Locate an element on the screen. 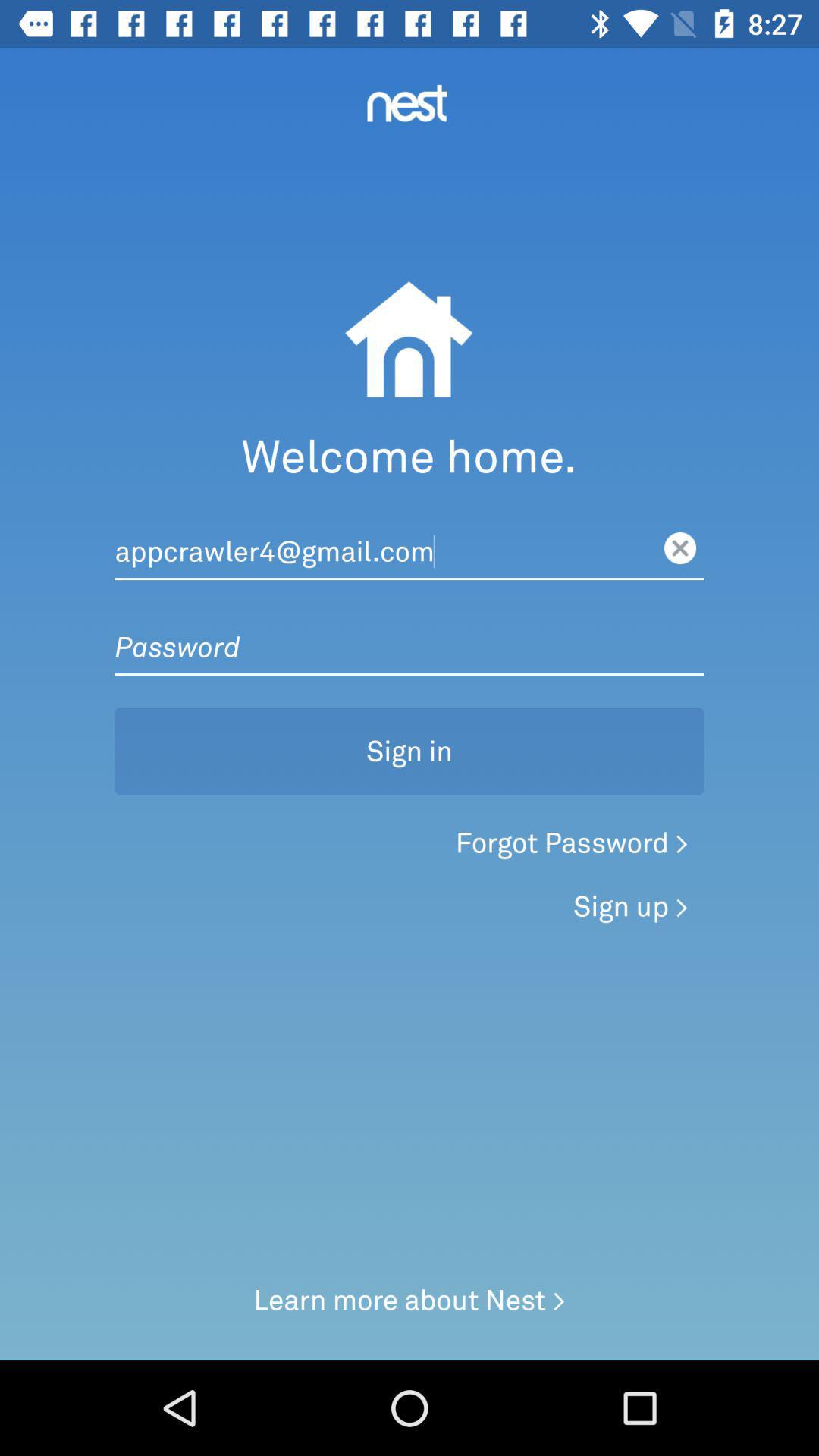 Image resolution: width=819 pixels, height=1456 pixels. cross icon in first text field is located at coordinates (679, 548).